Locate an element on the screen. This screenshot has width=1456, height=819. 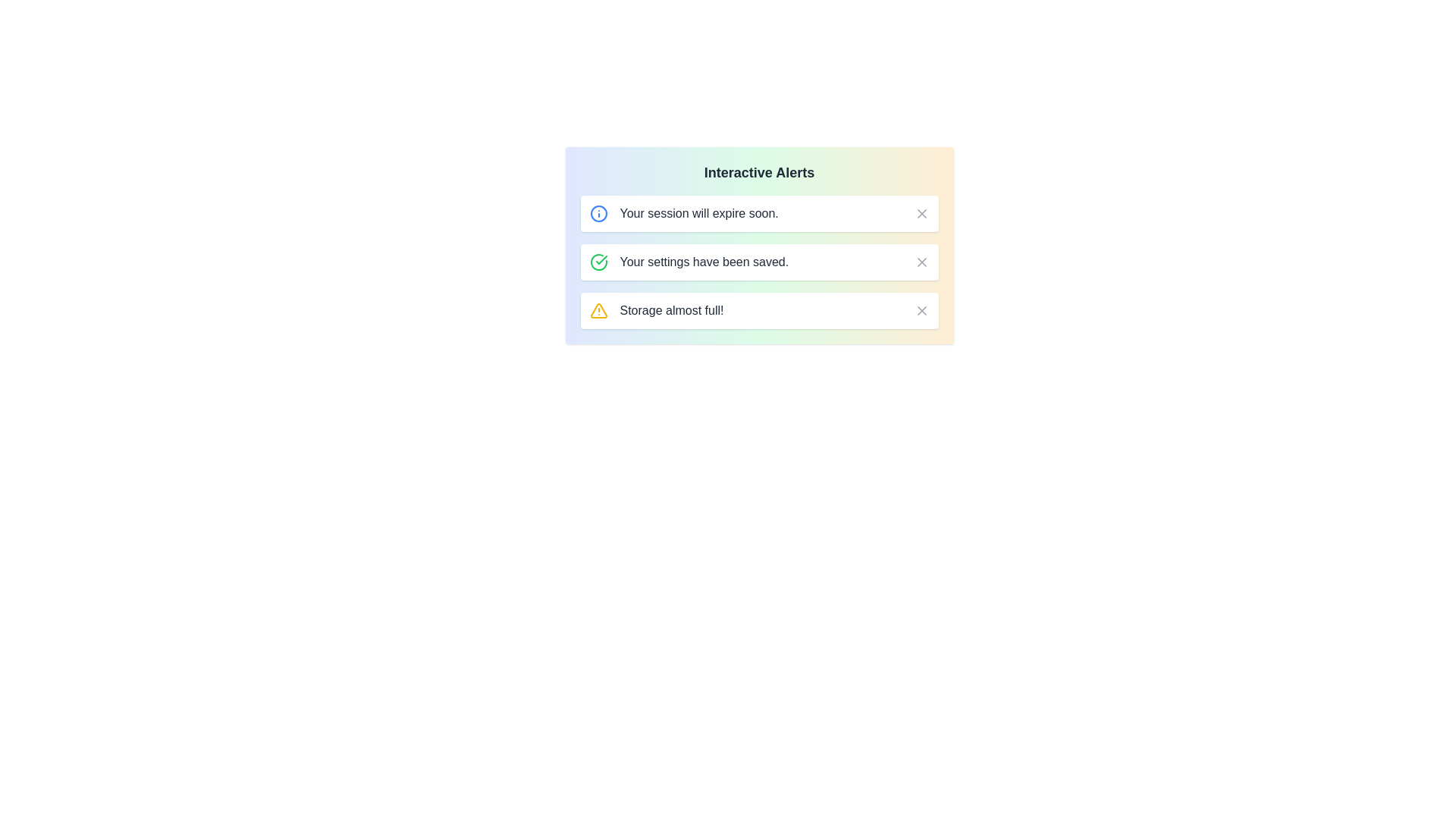
the close button icon ('X') located on the far right of the alert box labeled 'Your session will expire soon.' to observe the hover effects is located at coordinates (921, 213).